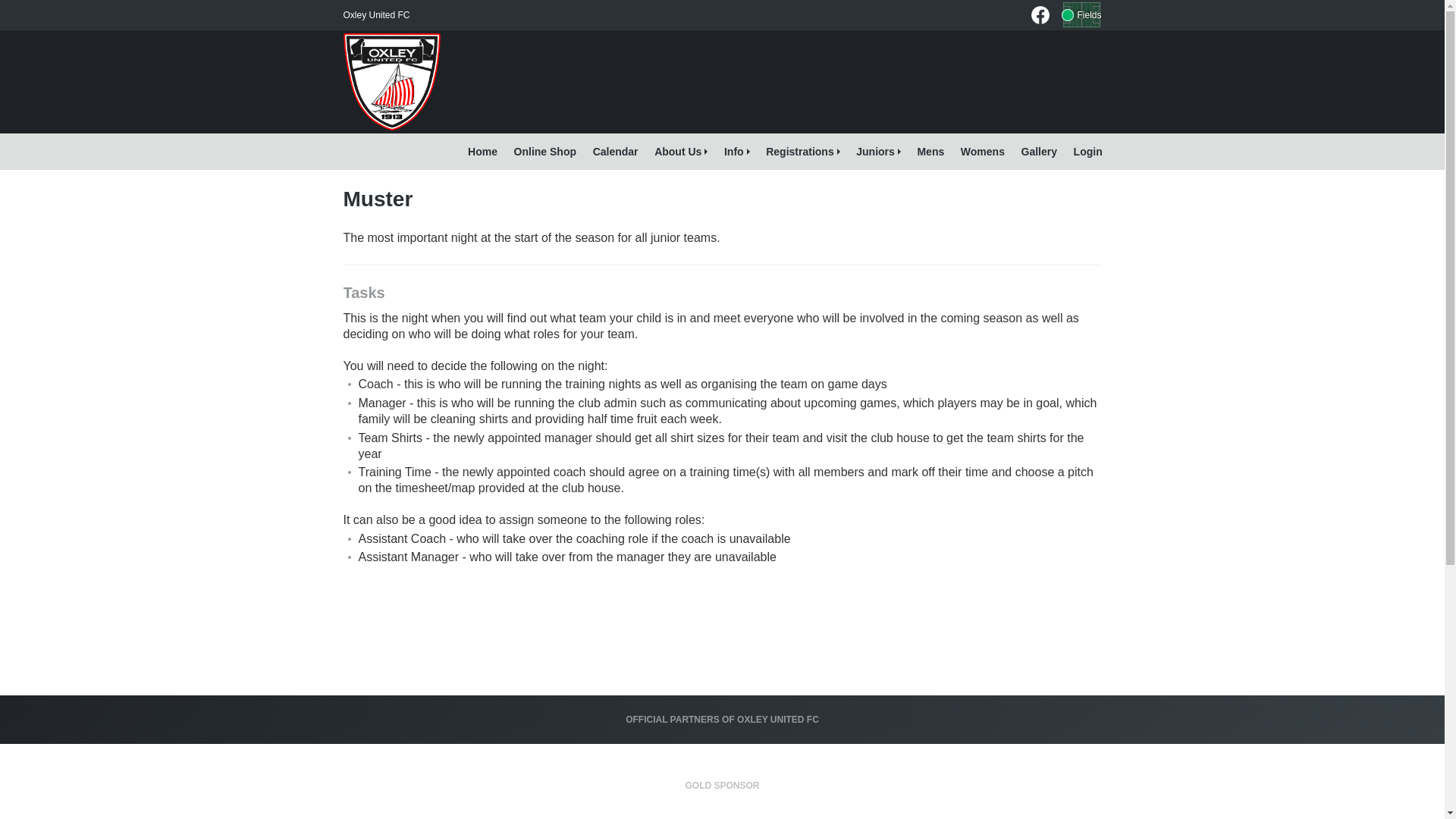 The height and width of the screenshot is (819, 1456). I want to click on 'Calendar', so click(615, 152).